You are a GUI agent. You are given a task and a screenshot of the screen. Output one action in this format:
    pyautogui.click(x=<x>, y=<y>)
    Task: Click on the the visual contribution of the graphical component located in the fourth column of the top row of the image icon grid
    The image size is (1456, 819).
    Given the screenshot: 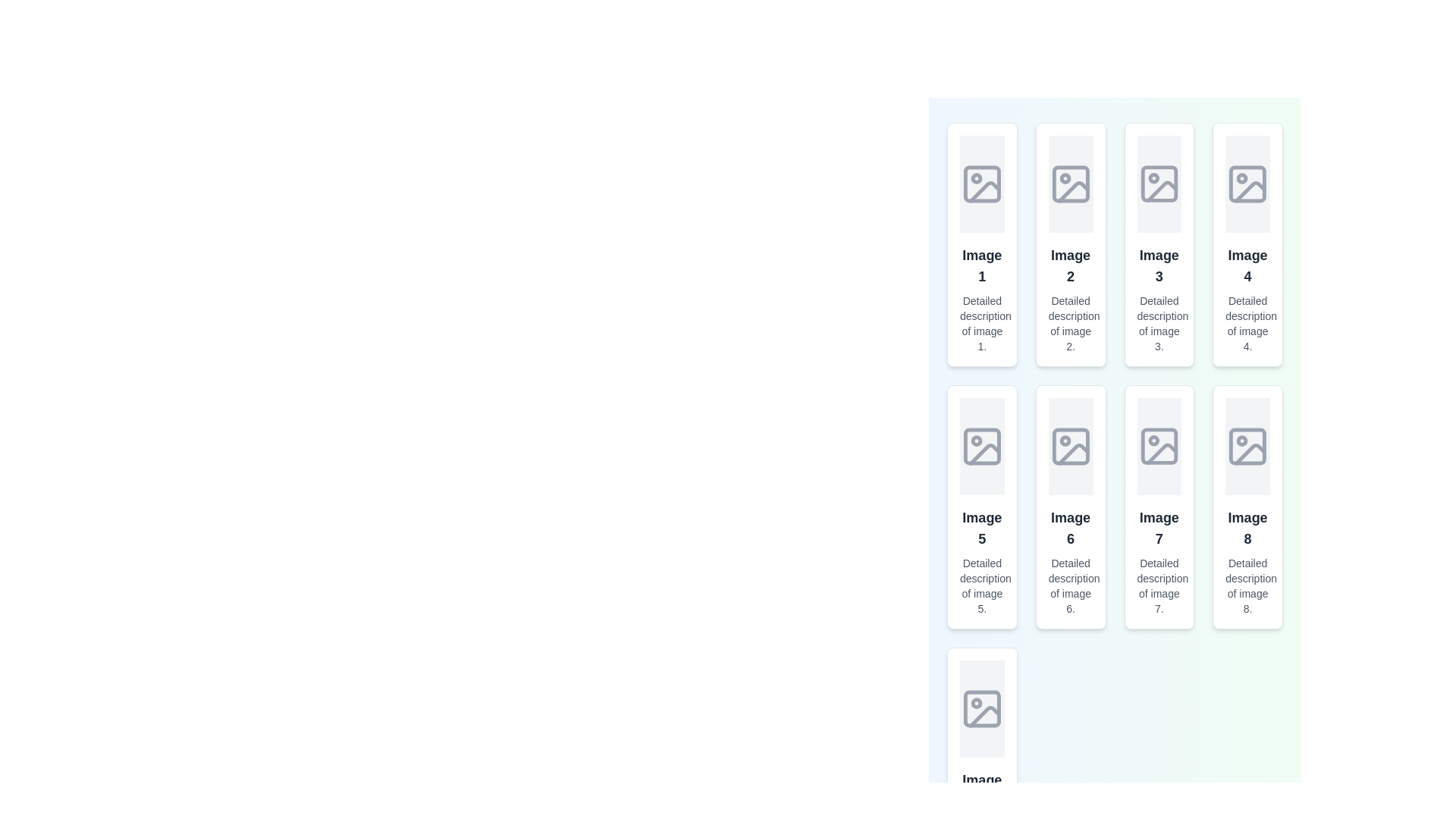 What is the action you would take?
    pyautogui.click(x=1247, y=184)
    